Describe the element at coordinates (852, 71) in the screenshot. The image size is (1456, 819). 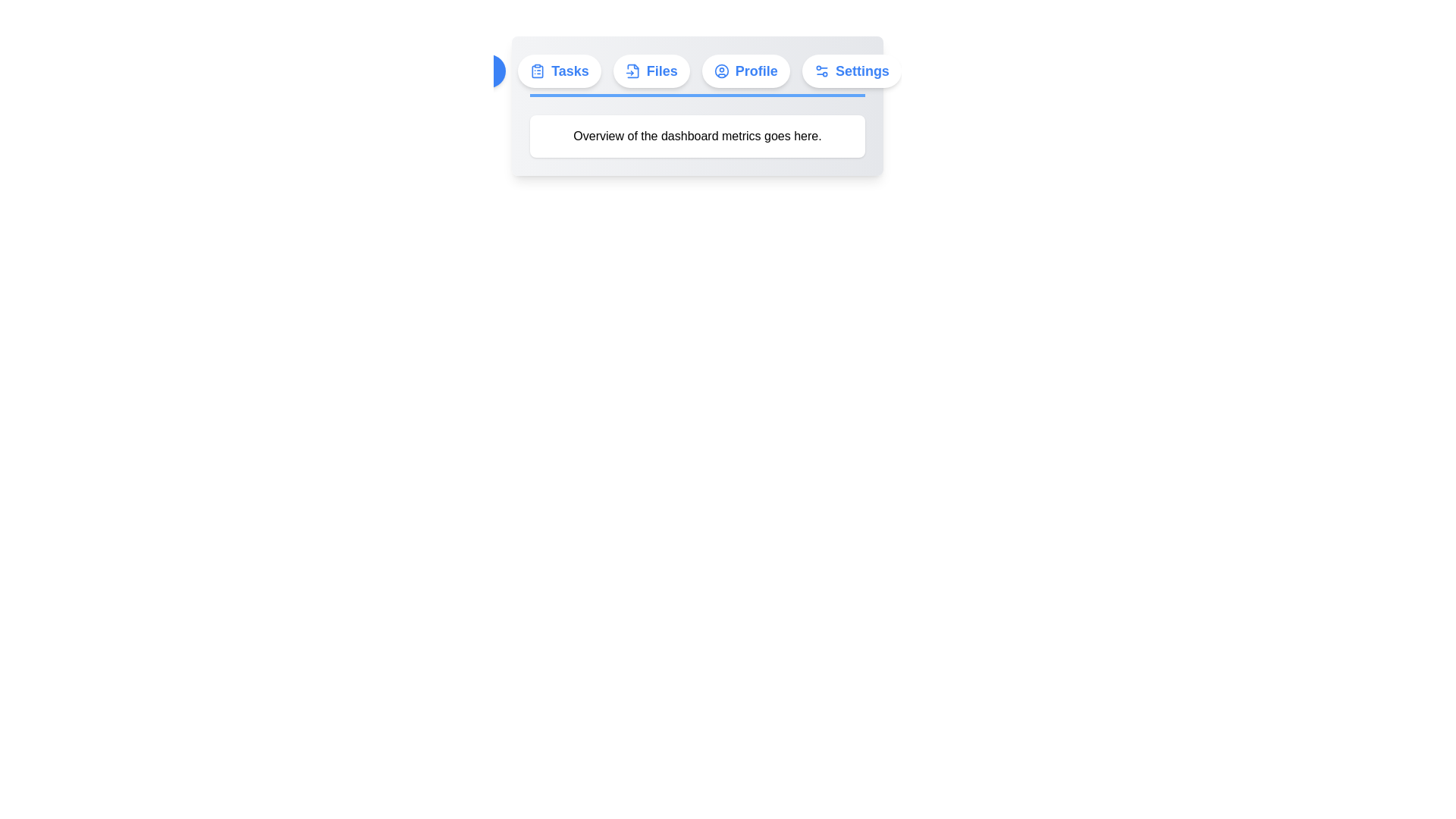
I see `the 'Settings' button located at the far right of the horizontal navigation bar` at that location.